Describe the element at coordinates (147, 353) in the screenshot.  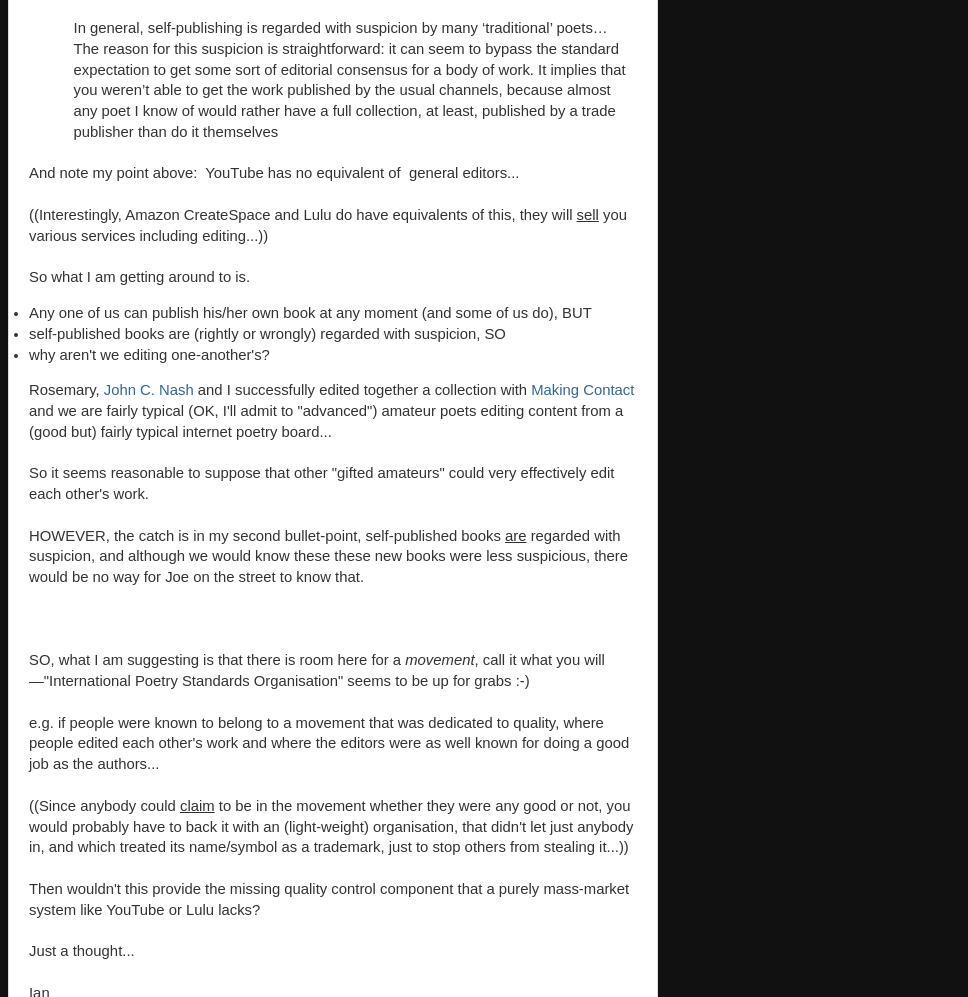
I see `'why aren't we editing one-another's?'` at that location.